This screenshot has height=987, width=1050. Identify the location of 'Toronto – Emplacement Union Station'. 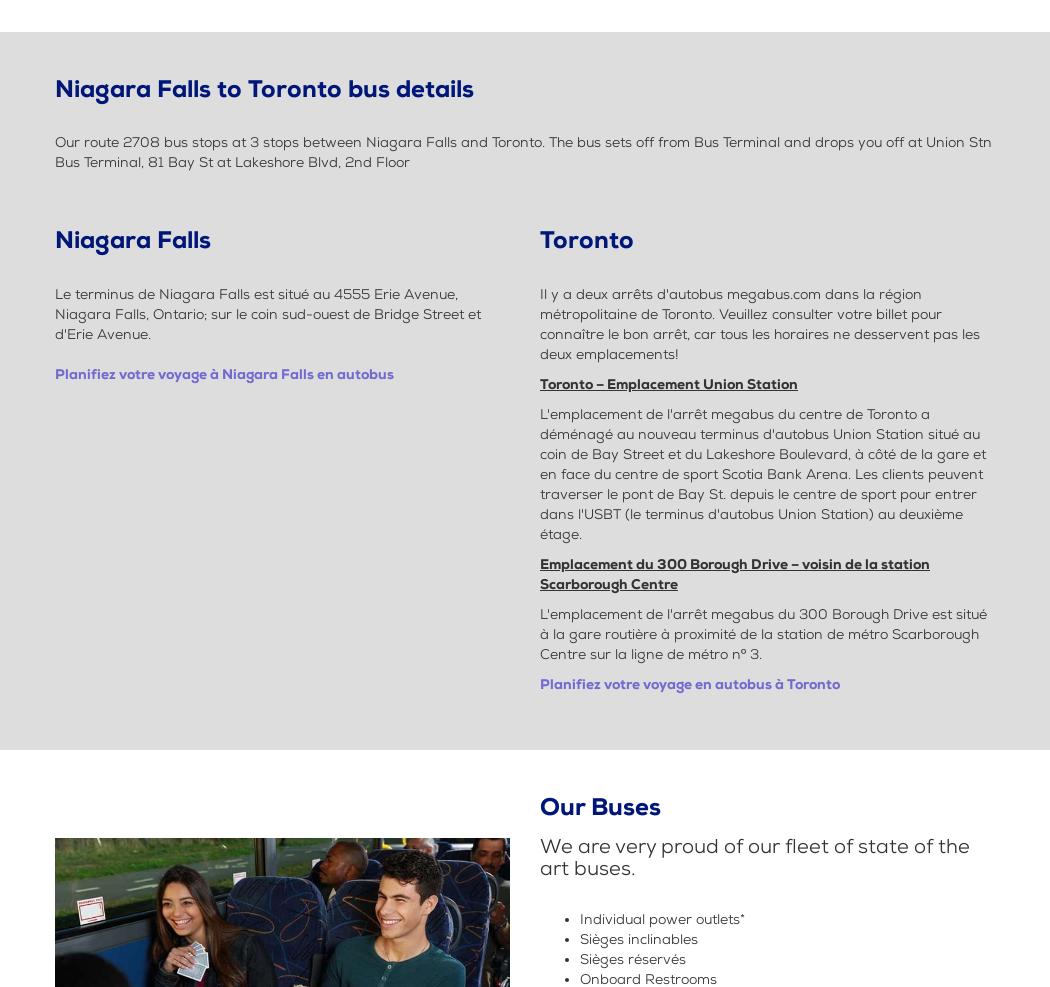
(667, 383).